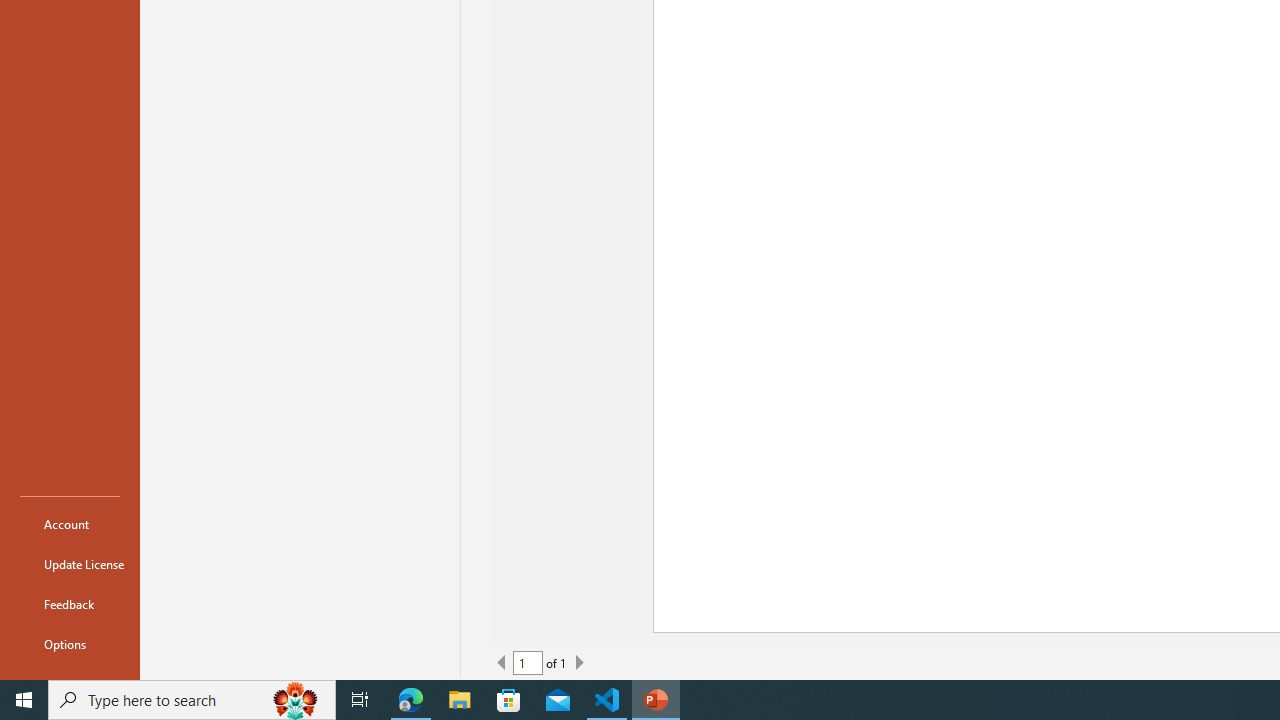 The height and width of the screenshot is (720, 1280). Describe the element at coordinates (69, 523) in the screenshot. I see `'Account'` at that location.